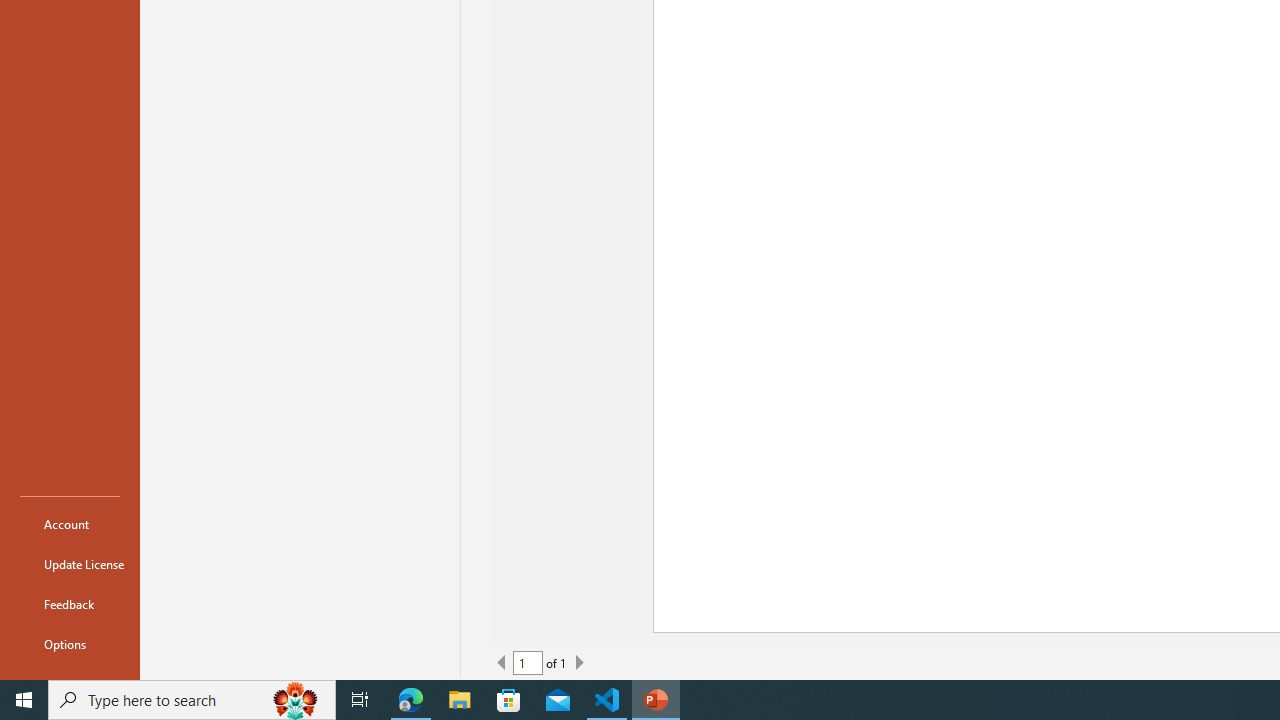 The height and width of the screenshot is (720, 1280). Describe the element at coordinates (69, 523) in the screenshot. I see `'Account'` at that location.